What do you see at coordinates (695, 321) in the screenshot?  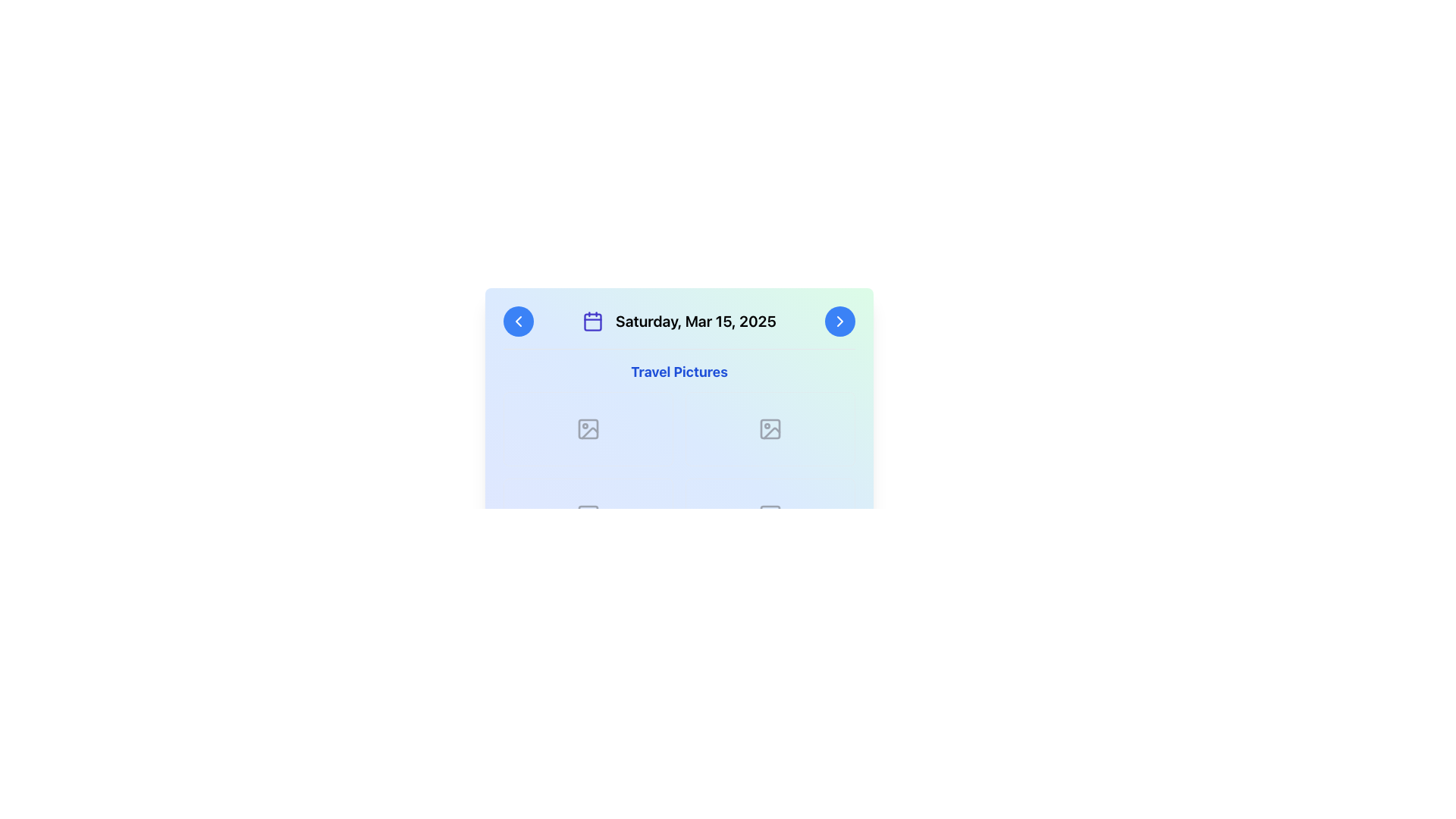 I see `the prominent text label displaying 'Saturday, Mar 15, 2025', which is styled in a bold, large font and located next to a calendar icon in the upper section of the interface` at bounding box center [695, 321].